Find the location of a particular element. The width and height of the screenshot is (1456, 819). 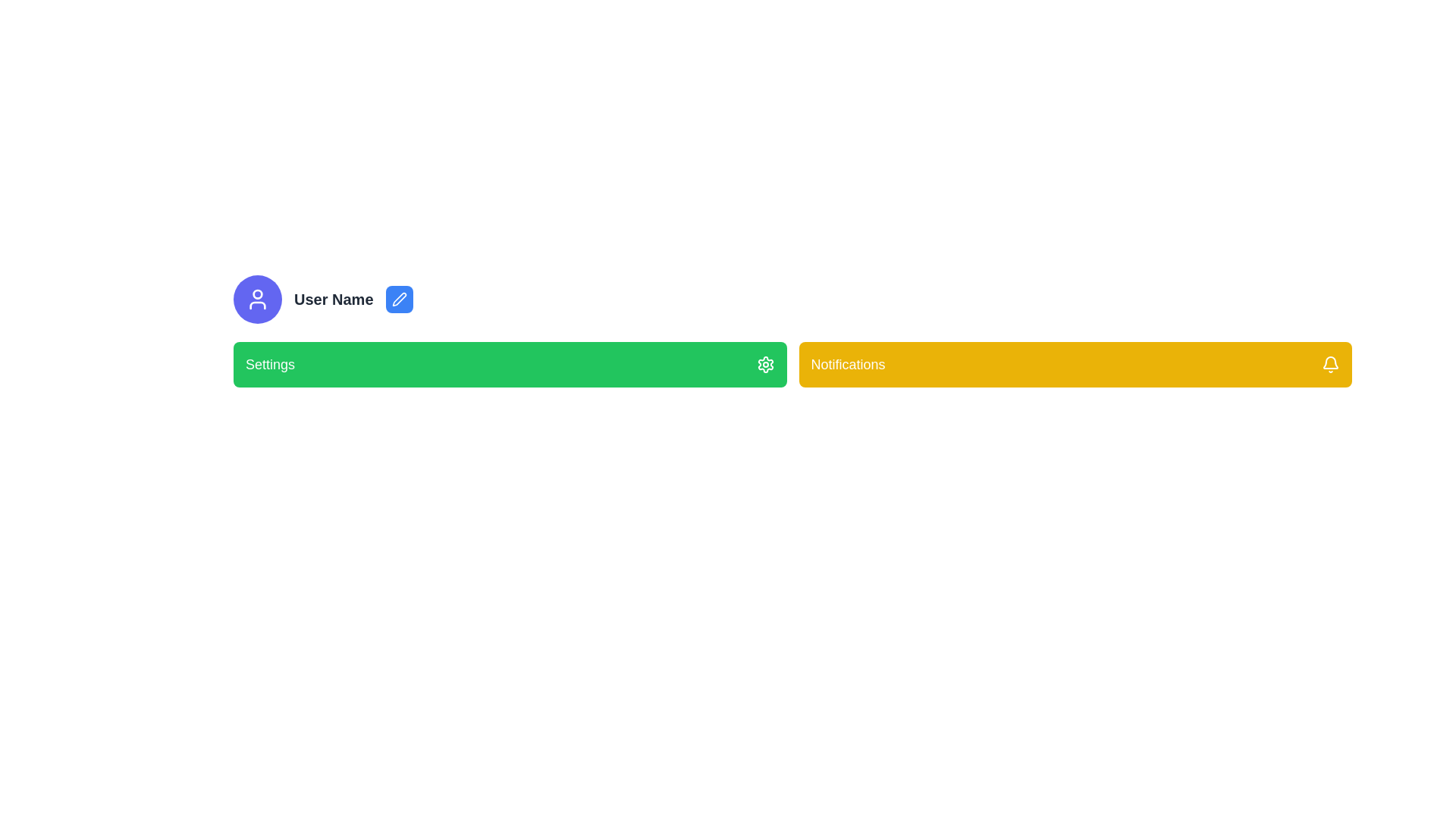

the 'Notifications' text label, which is styled in white on a yellow background and positioned in the top-right section of the layout, left of a bell icon is located at coordinates (847, 365).